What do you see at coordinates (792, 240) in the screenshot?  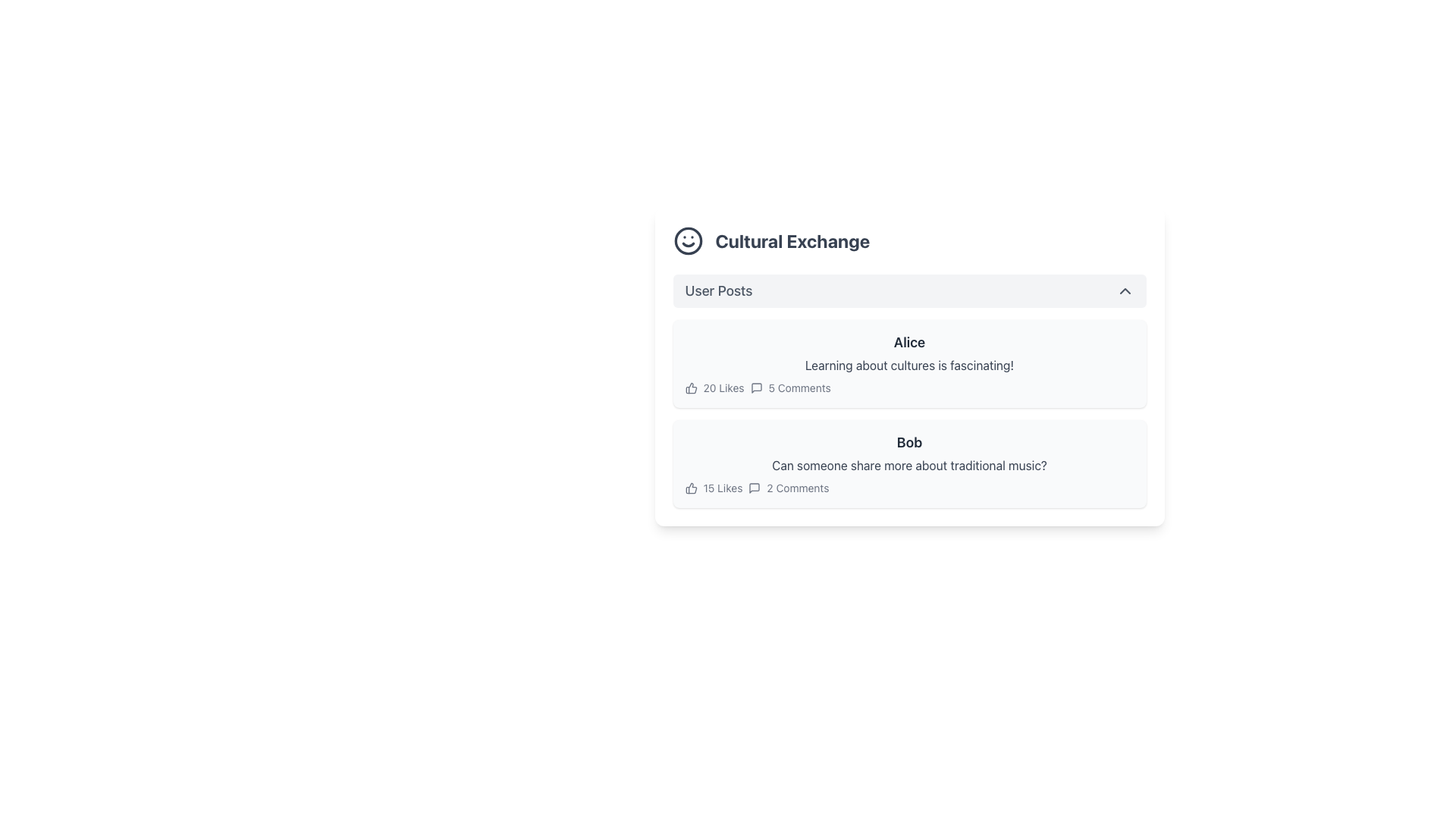 I see `the Text Label that serves as the title or heading for the section, located immediately to the right of the smiling-face icon` at bounding box center [792, 240].